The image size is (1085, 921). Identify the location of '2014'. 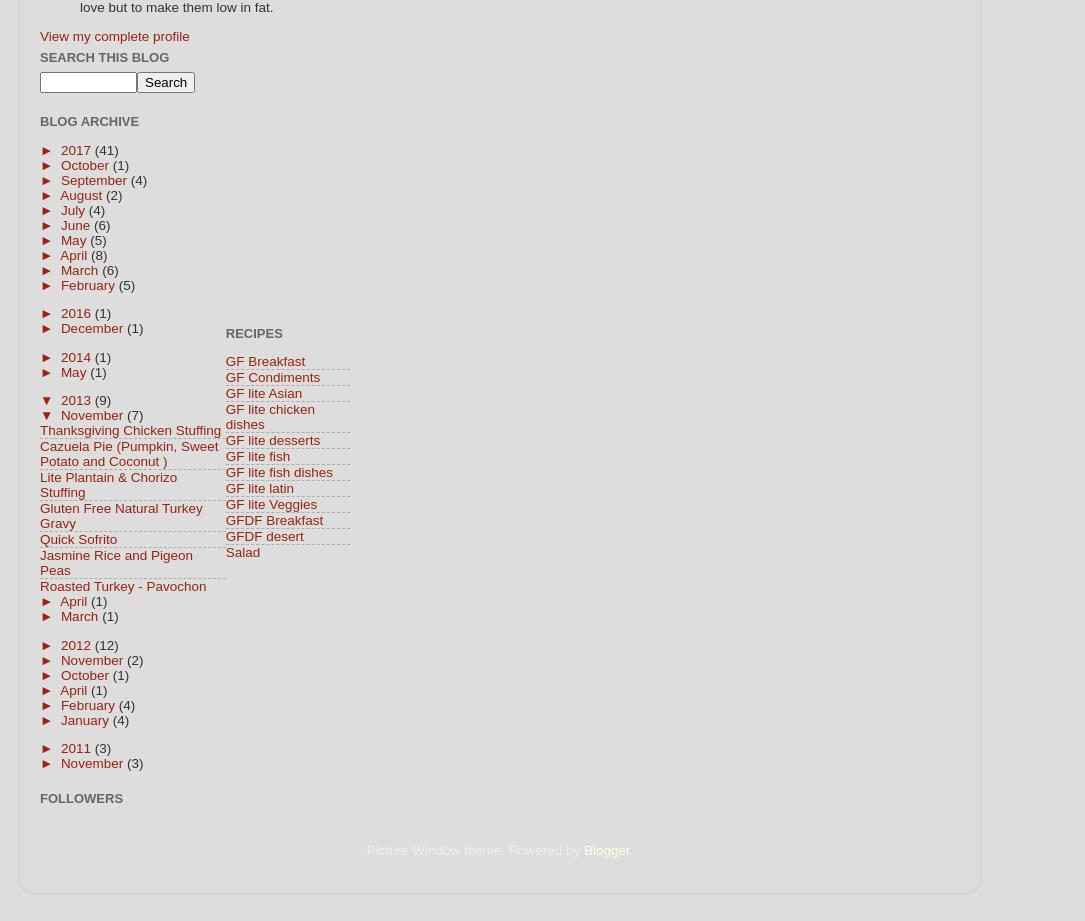
(77, 356).